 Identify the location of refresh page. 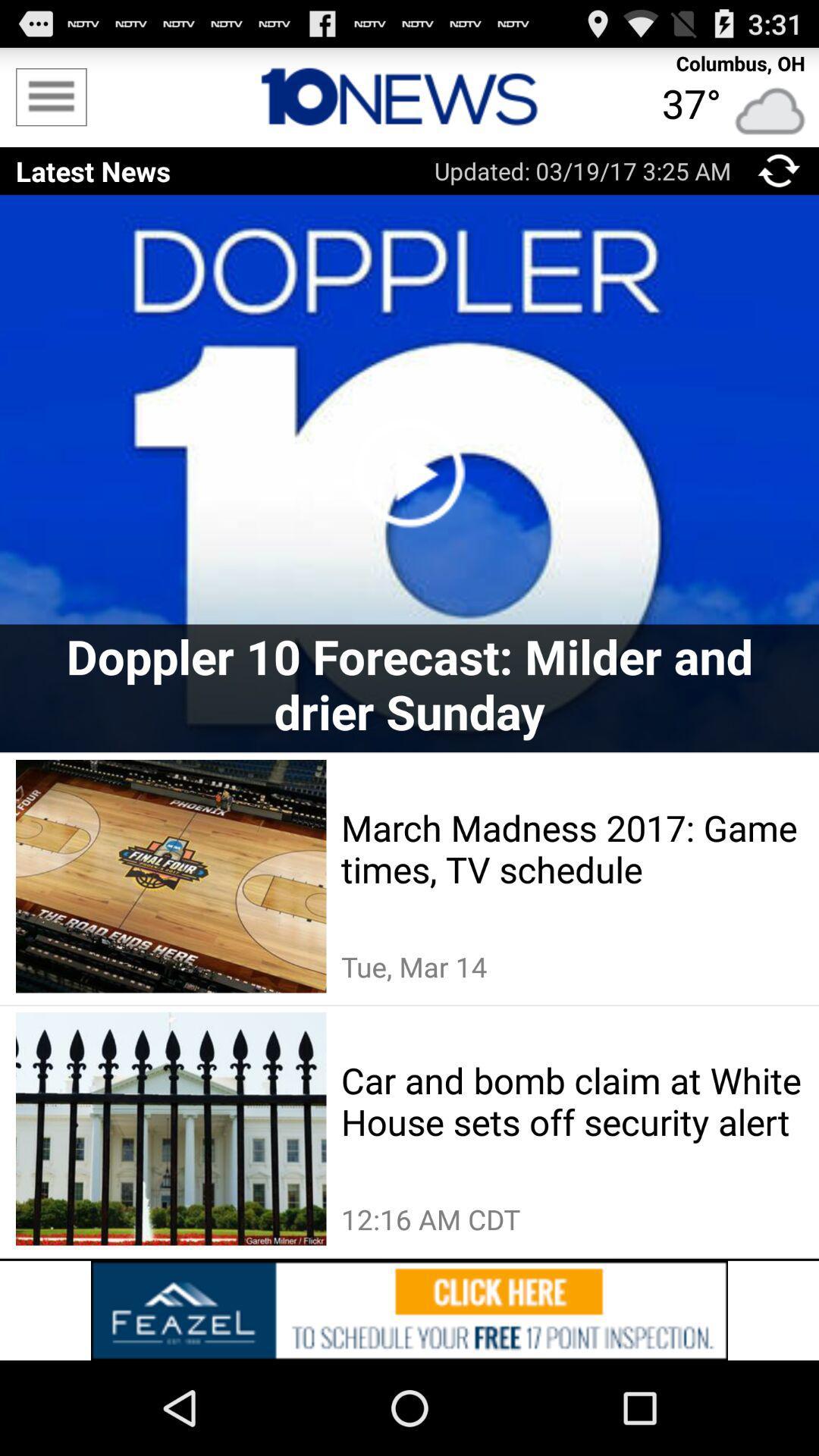
(779, 171).